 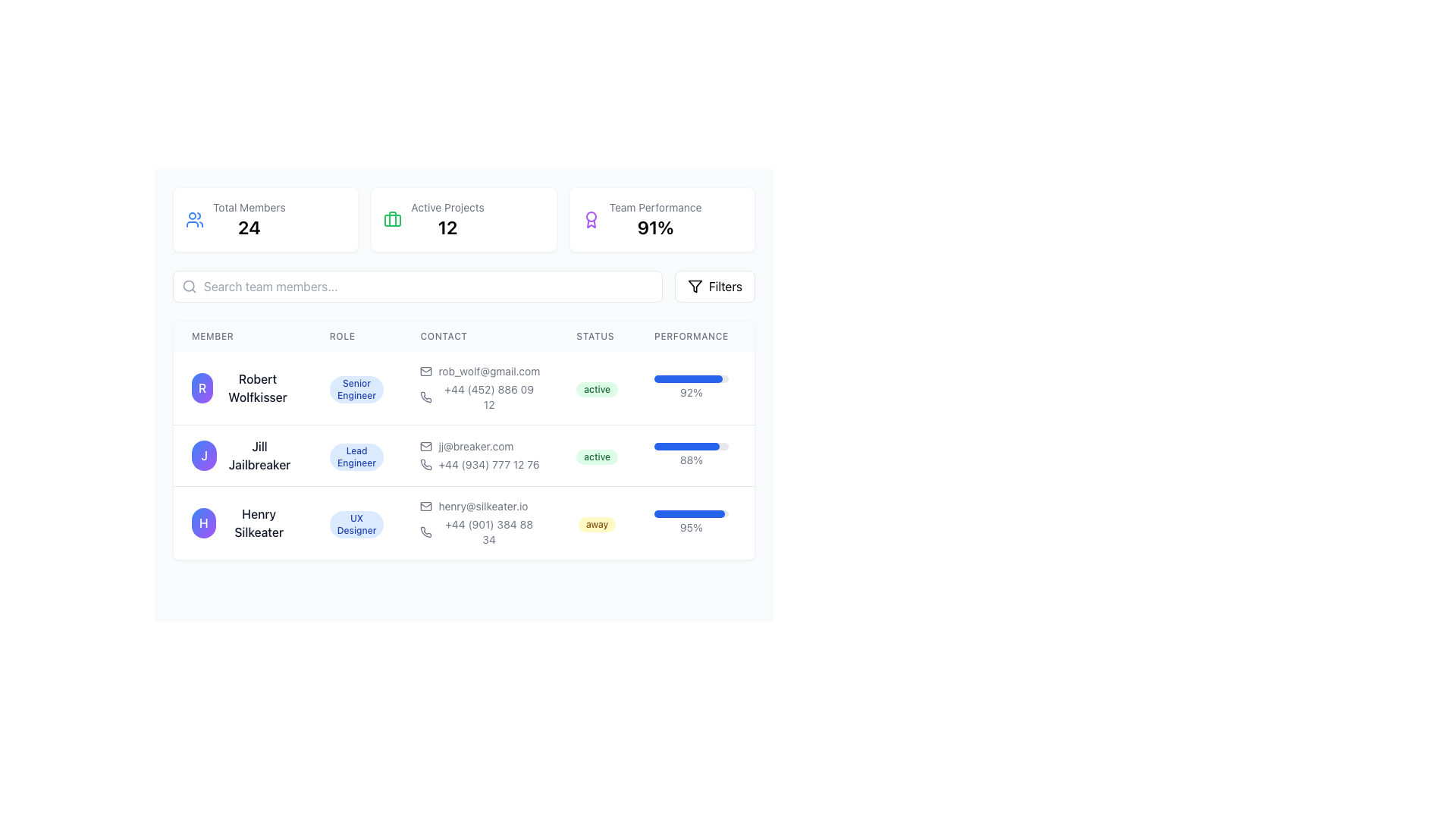 What do you see at coordinates (425, 532) in the screenshot?
I see `the phone icon in the 'Contact' column of the third row representing the user 'Henry Silkeater'` at bounding box center [425, 532].